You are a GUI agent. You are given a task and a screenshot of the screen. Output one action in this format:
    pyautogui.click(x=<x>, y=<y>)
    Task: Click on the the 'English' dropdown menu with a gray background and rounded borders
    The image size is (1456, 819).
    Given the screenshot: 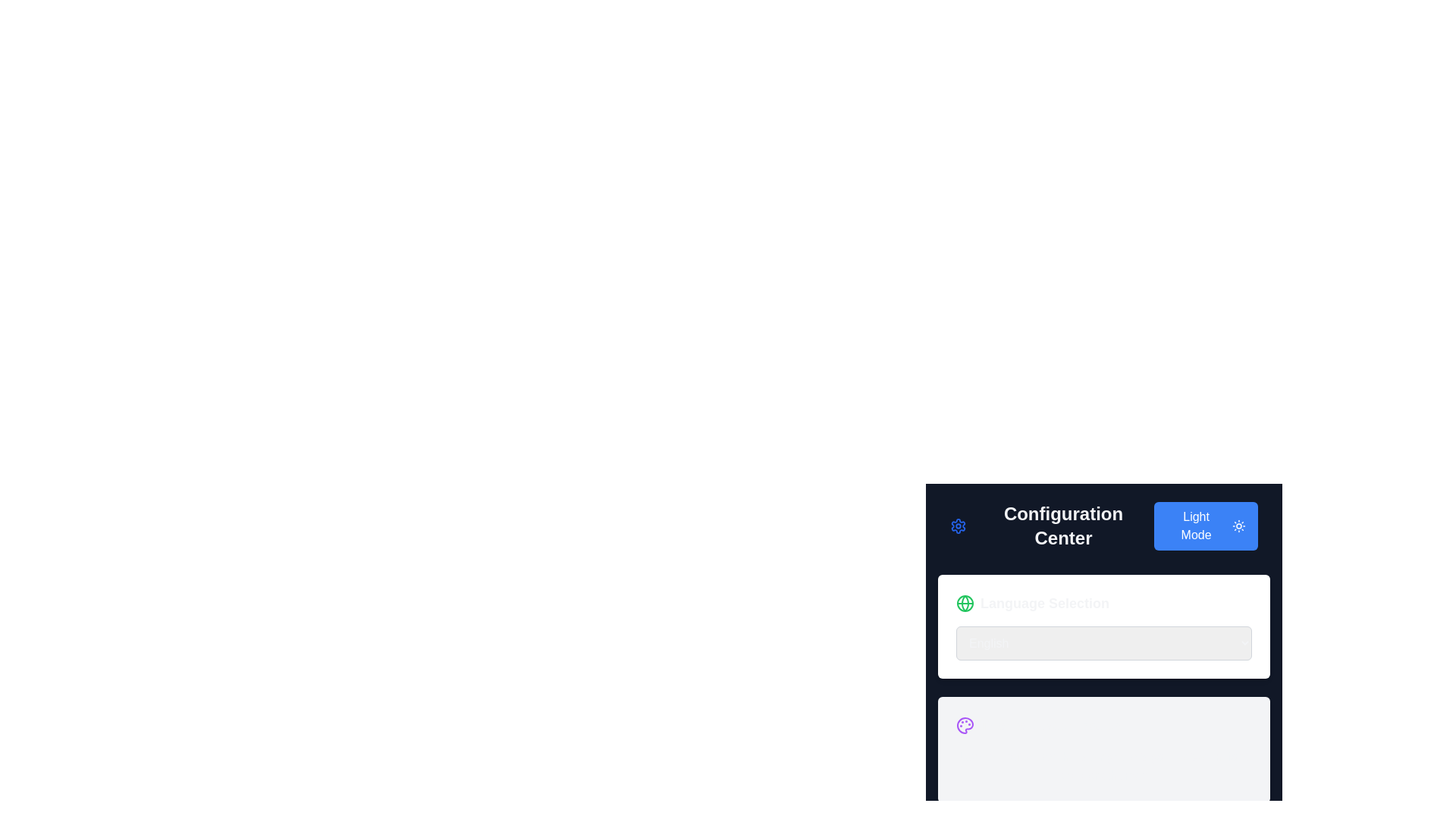 What is the action you would take?
    pyautogui.click(x=1103, y=632)
    